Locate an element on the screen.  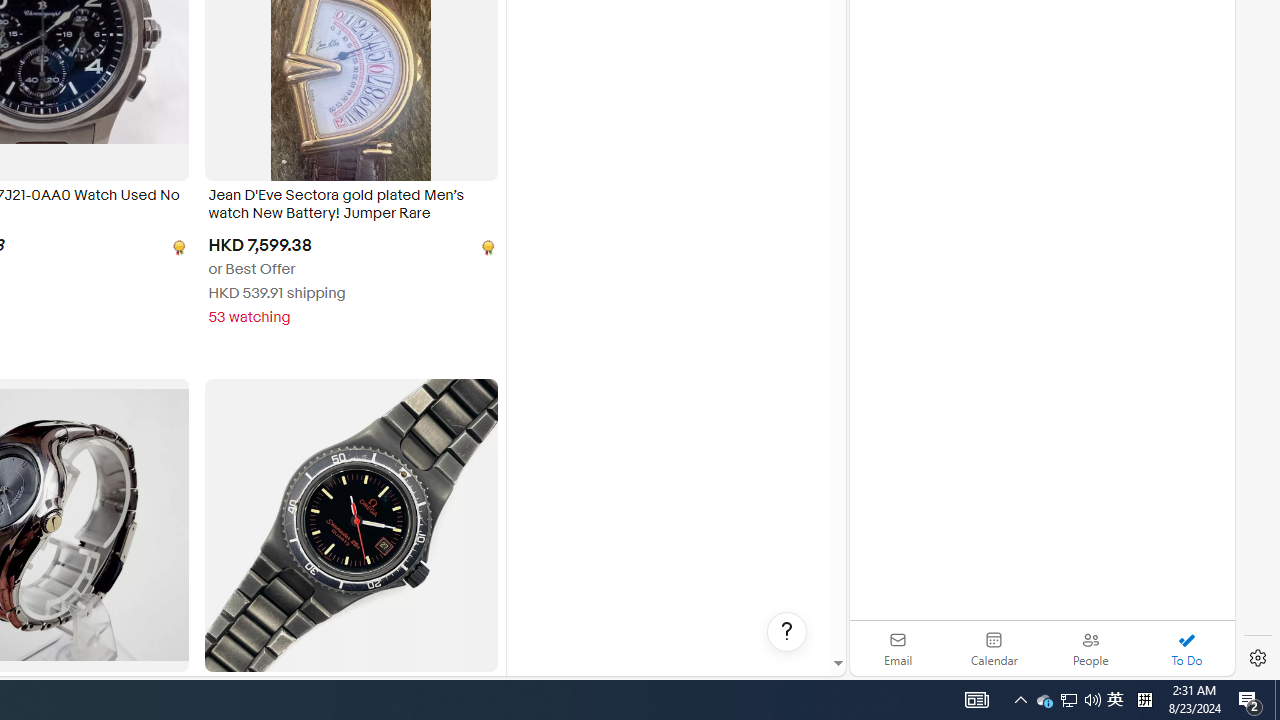
'To Do' is located at coordinates (1186, 648).